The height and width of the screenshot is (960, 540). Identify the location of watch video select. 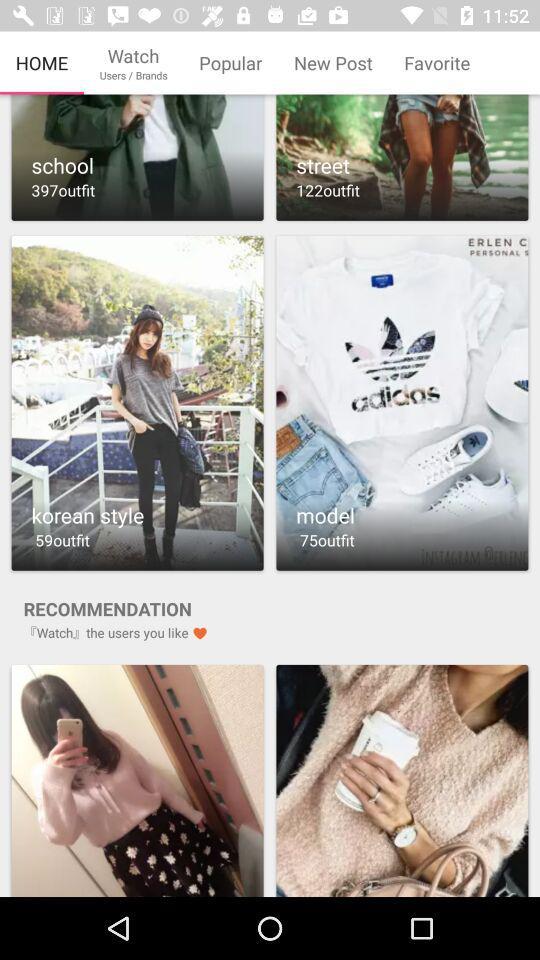
(402, 402).